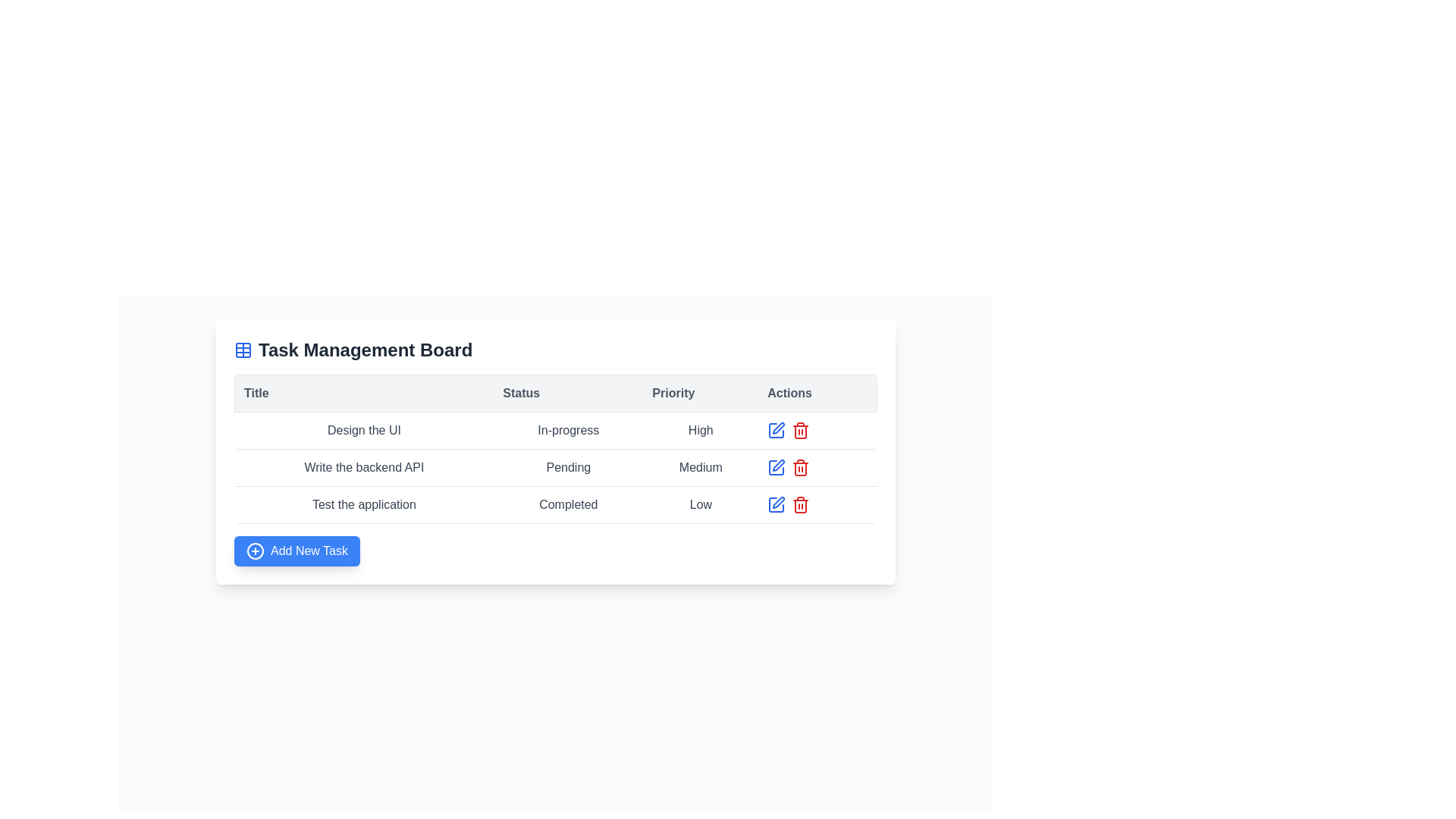  What do you see at coordinates (779, 503) in the screenshot?
I see `the edit icon located in the 'Actions' column of the row for 'Test the application' to commence editing` at bounding box center [779, 503].